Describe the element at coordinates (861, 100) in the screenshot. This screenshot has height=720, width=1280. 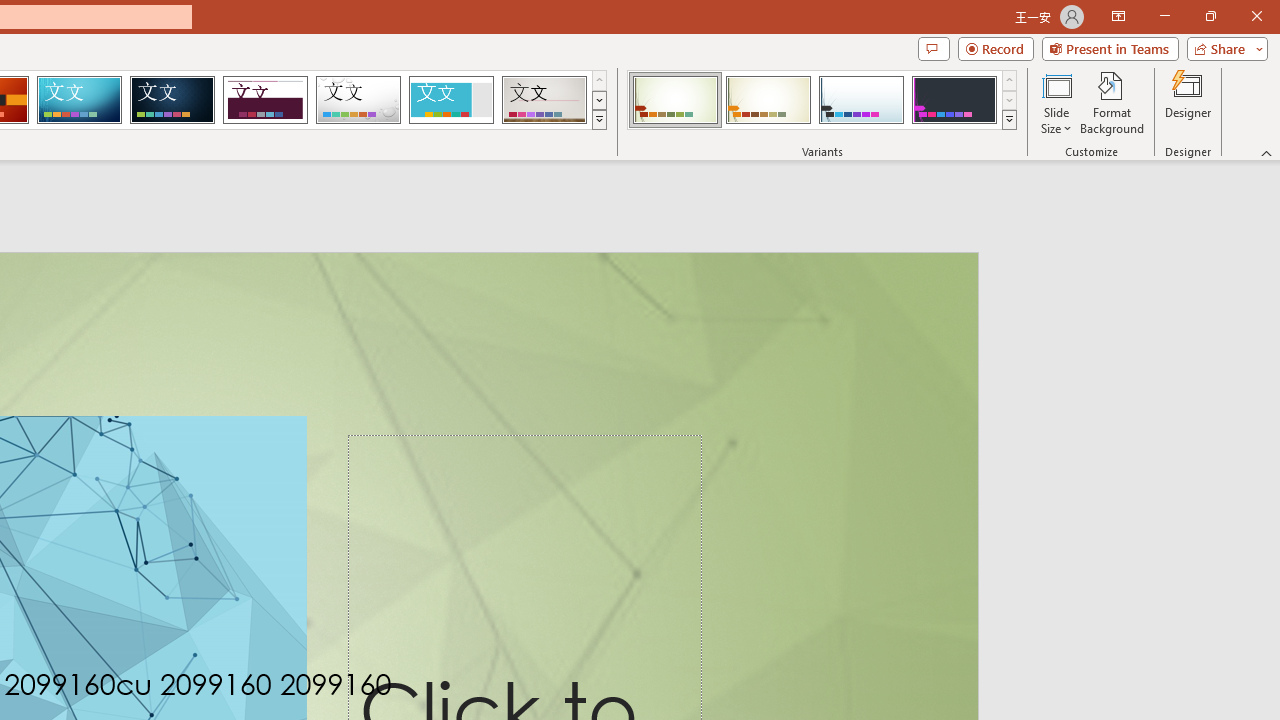
I see `'Wisp Variant 3'` at that location.